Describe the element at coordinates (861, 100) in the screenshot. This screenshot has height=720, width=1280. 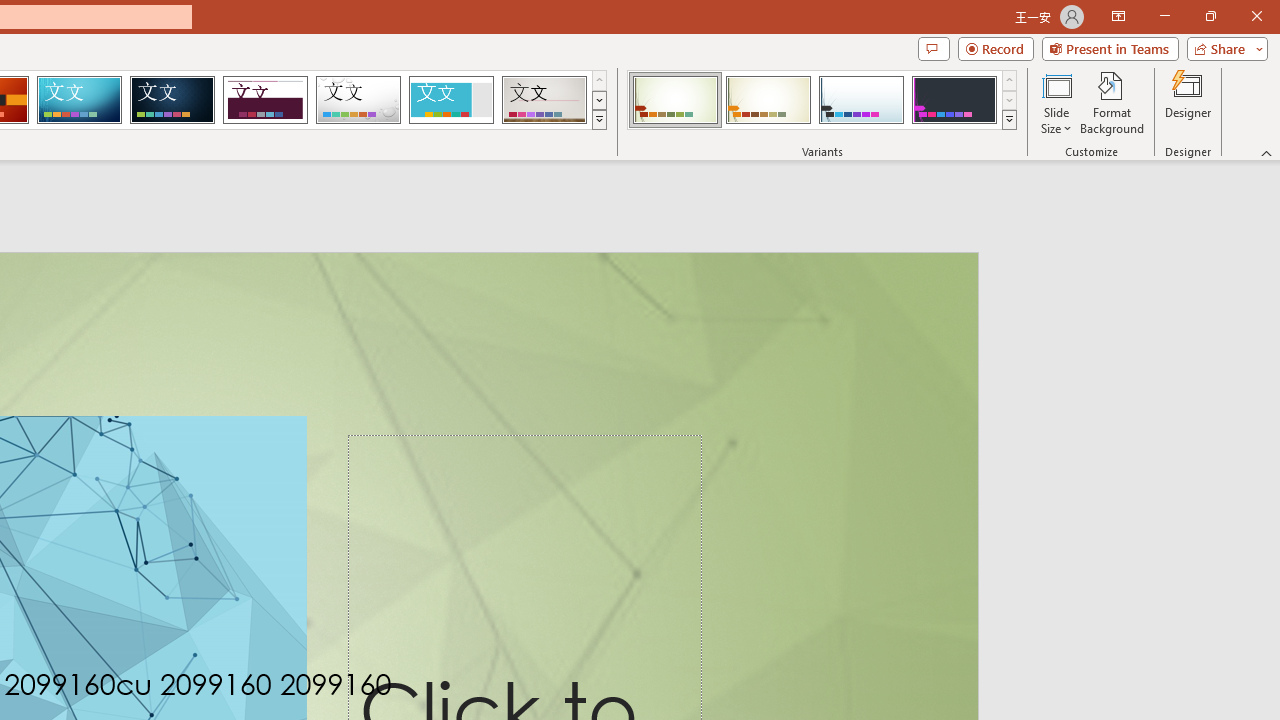
I see `'Wisp Variant 3'` at that location.